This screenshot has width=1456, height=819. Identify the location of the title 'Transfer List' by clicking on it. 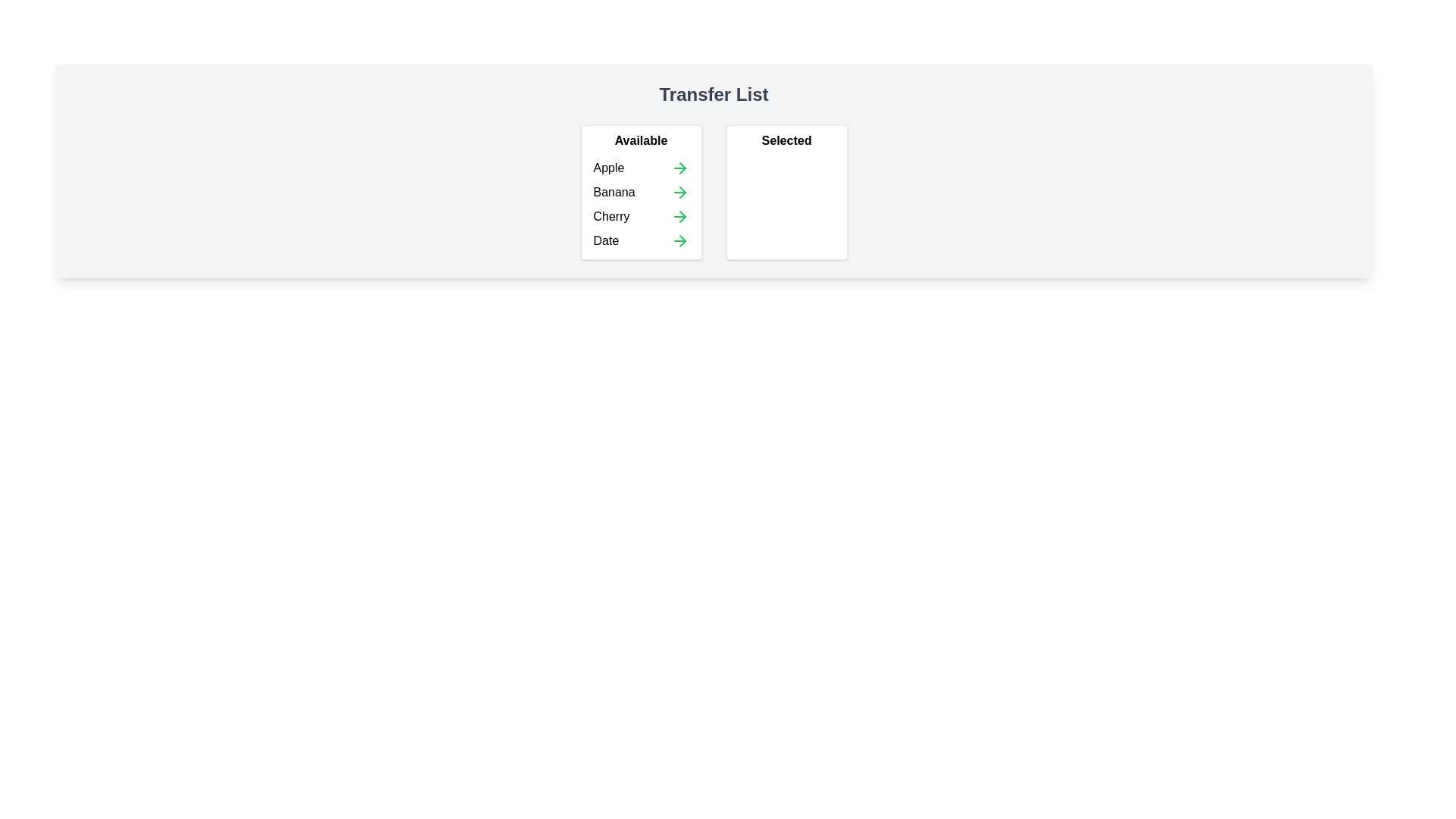
(712, 94).